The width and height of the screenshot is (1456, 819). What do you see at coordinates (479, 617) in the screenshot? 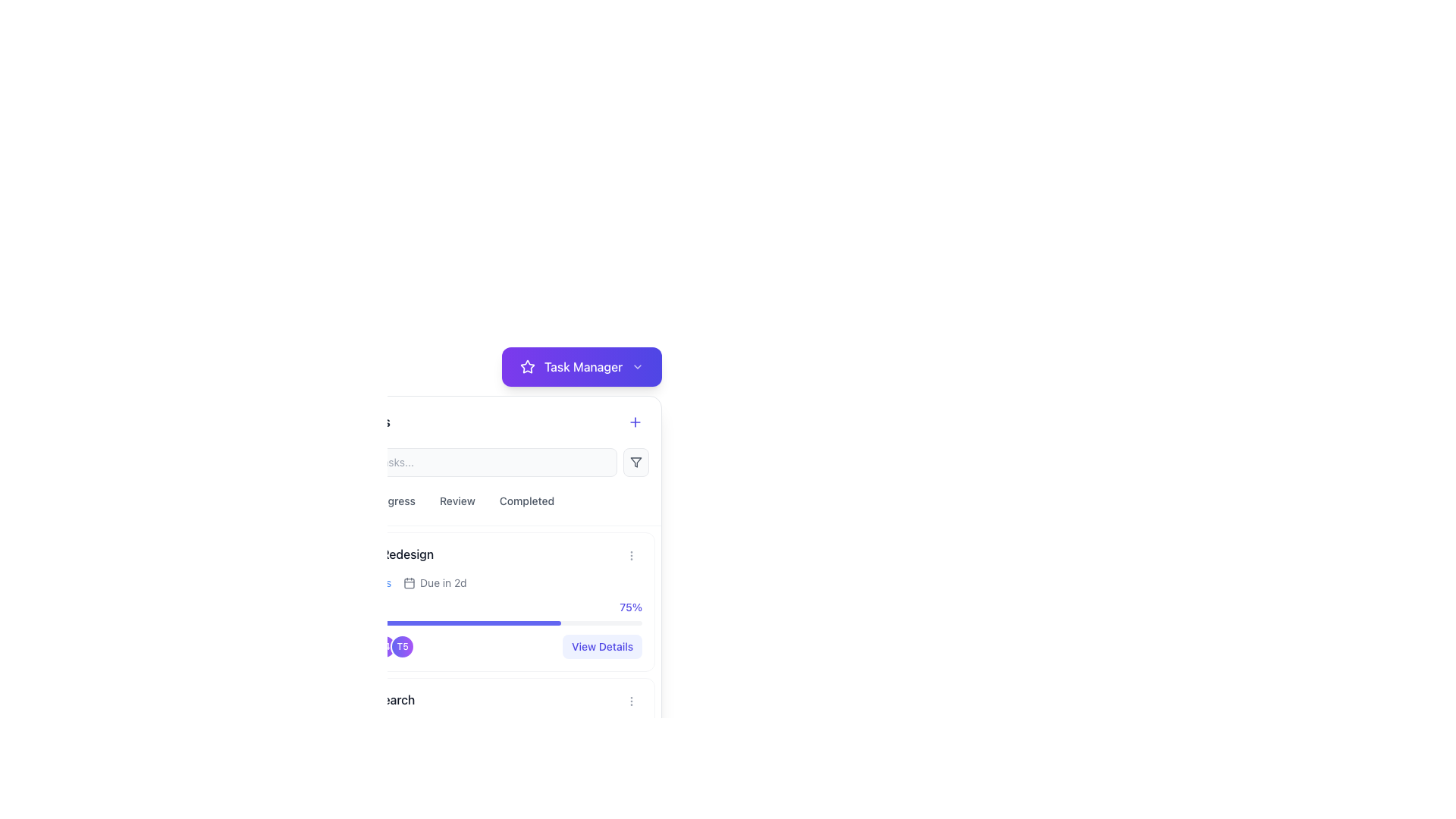
I see `the composite element containing the progress bar, buttons, and text labels for the 'Website Redesign' project` at bounding box center [479, 617].